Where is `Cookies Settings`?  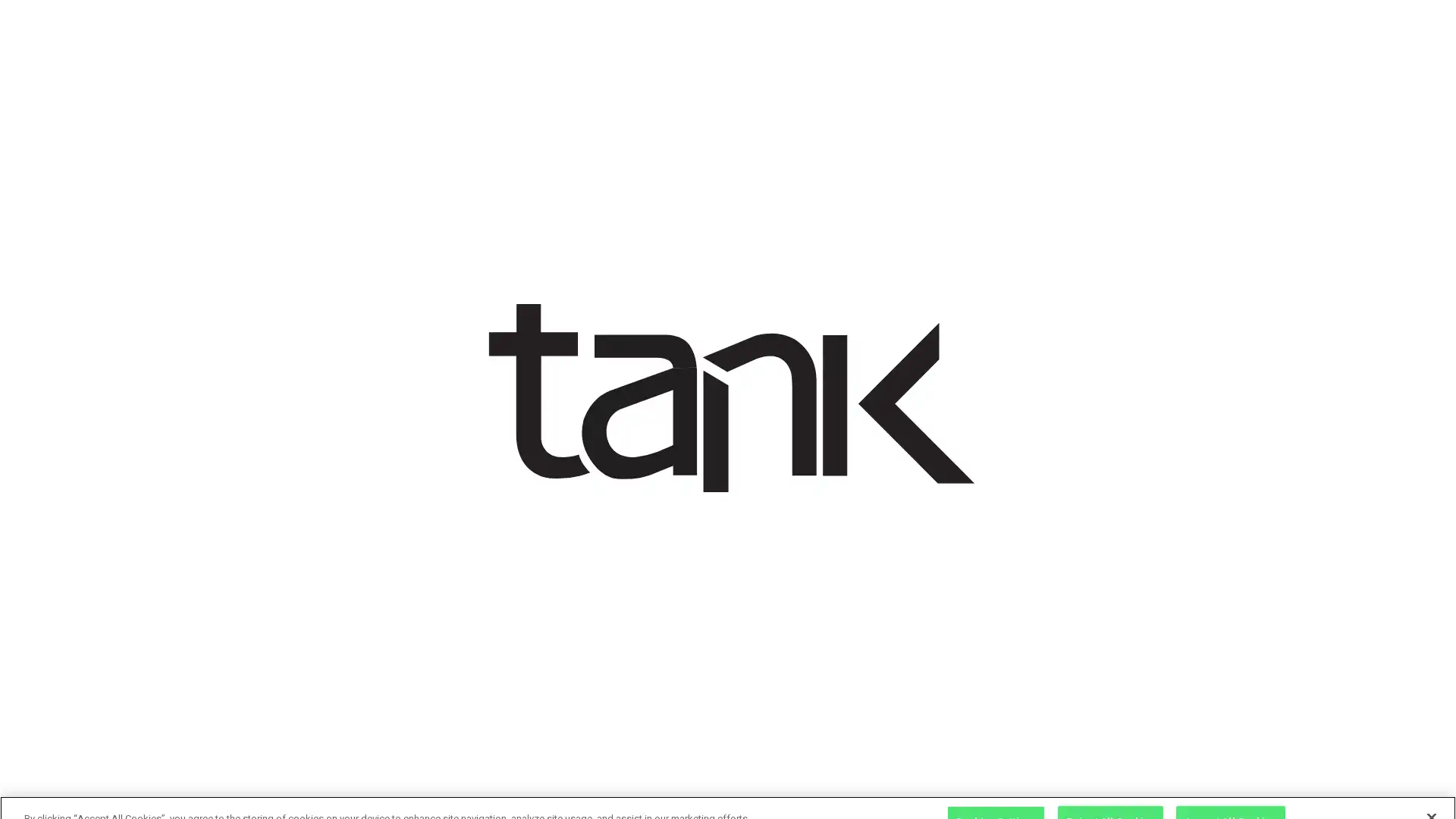 Cookies Settings is located at coordinates (996, 795).